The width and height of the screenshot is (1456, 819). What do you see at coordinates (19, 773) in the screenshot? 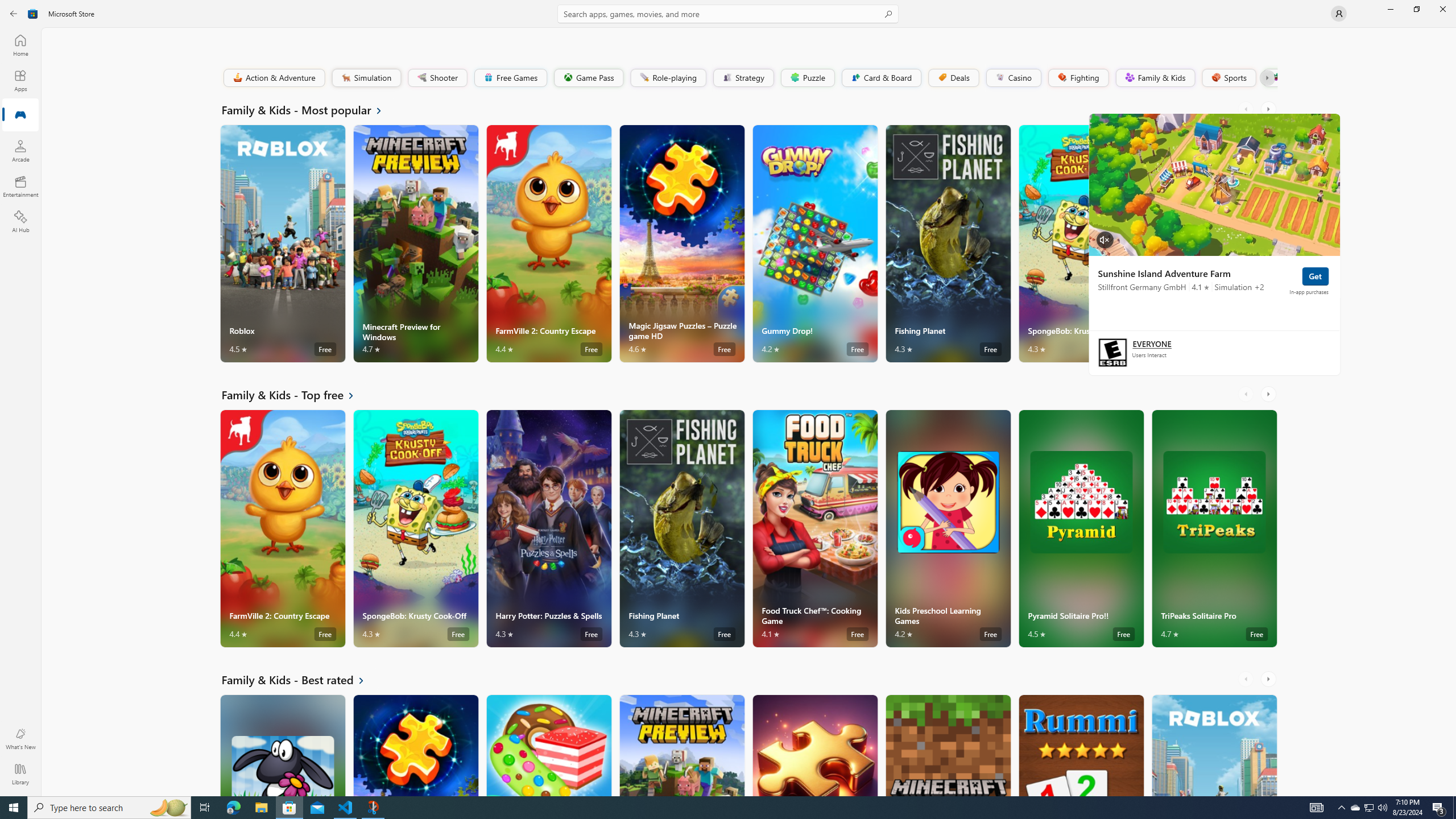
I see `'Library'` at bounding box center [19, 773].